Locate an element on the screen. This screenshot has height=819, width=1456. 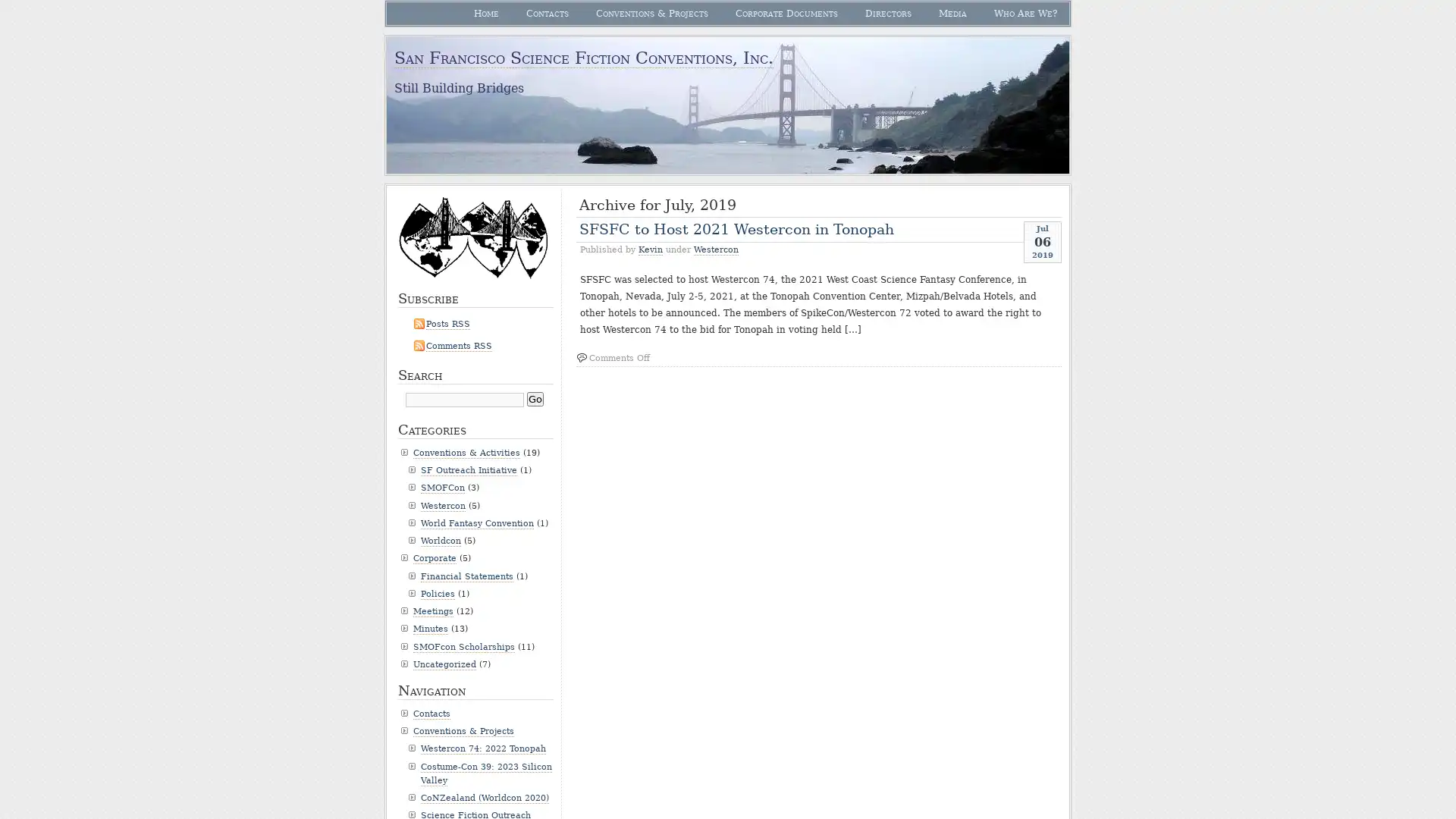
Go is located at coordinates (535, 397).